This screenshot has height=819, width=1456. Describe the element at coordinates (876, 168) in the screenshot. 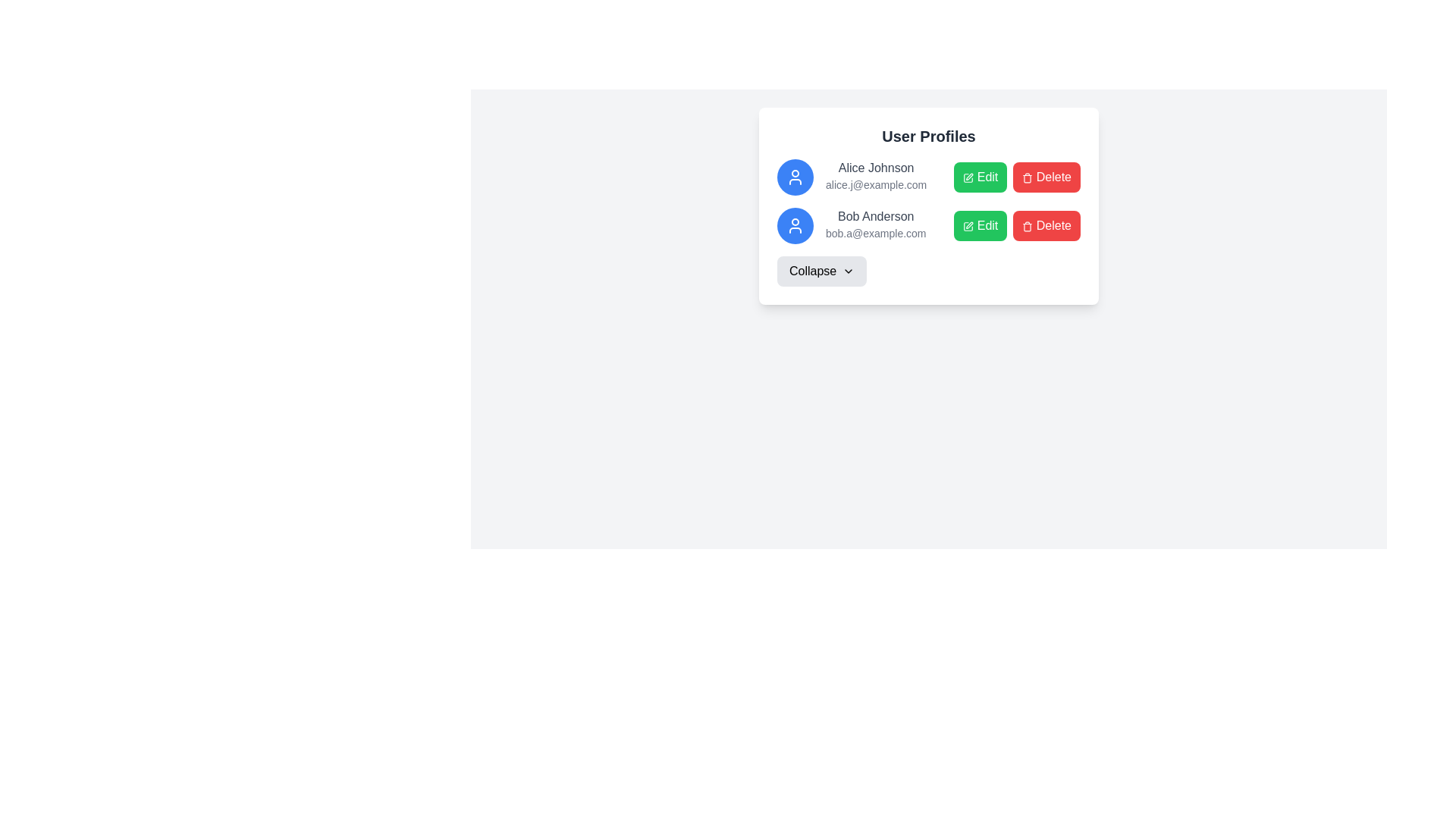

I see `the text element displaying 'Alice Johnson', which is styled in gray and located above the email address 'alice.j@example.com', to associate it with related information` at that location.